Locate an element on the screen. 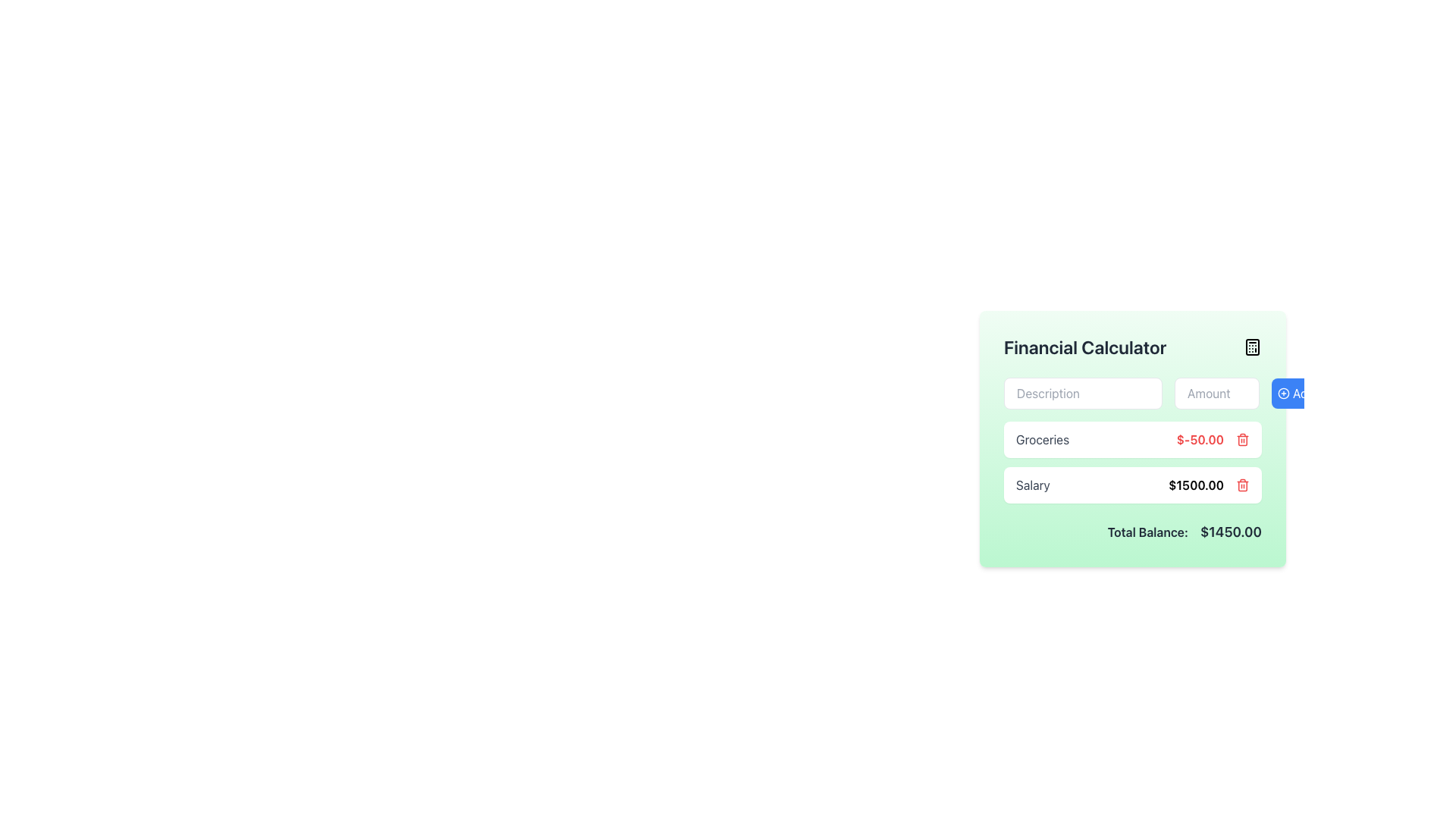 The height and width of the screenshot is (819, 1456). the non-interactive text label displaying the negative financial value associated with 'Groceries' in the second row under the 'Amount' field is located at coordinates (1199, 439).